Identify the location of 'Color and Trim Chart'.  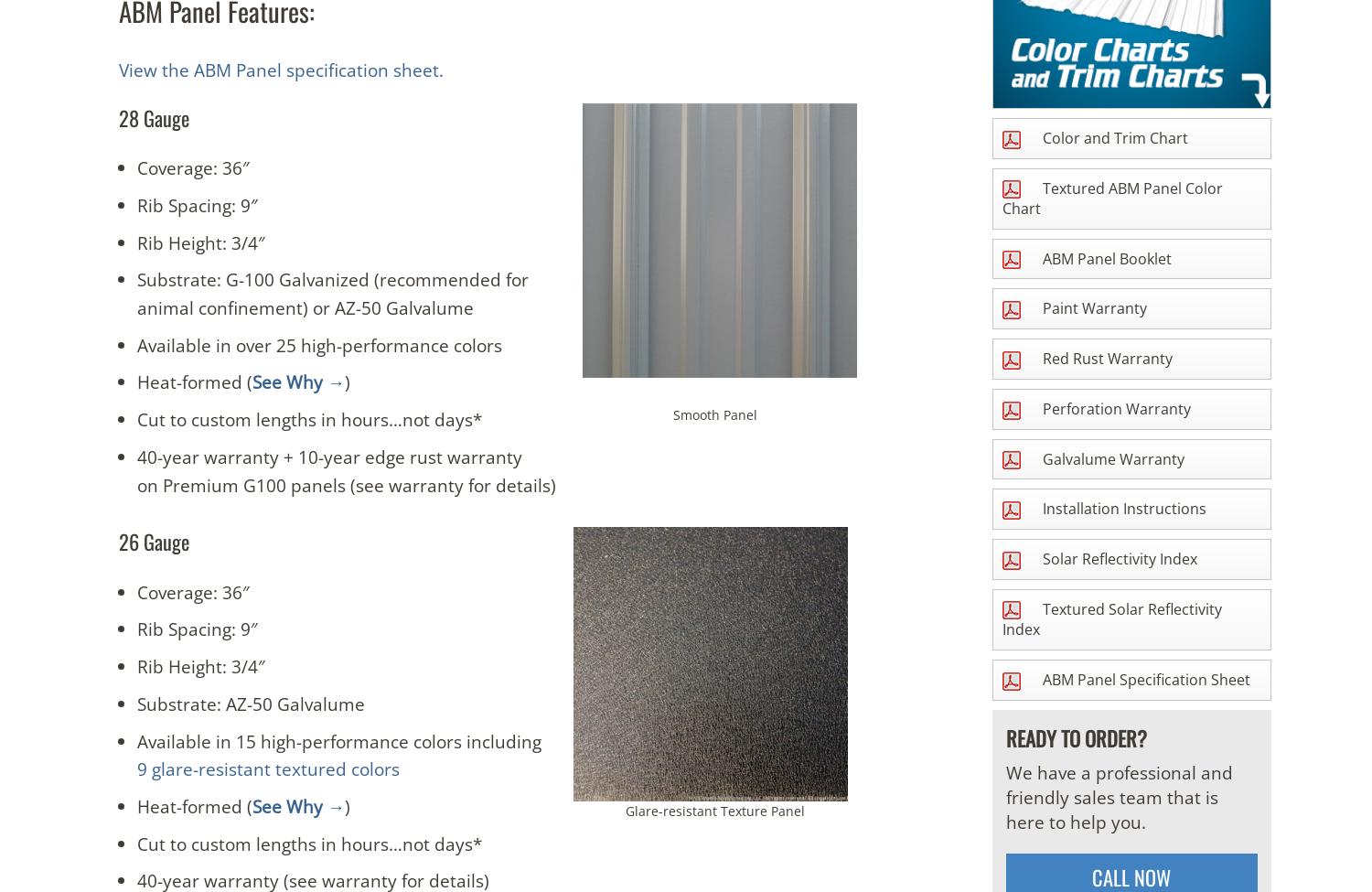
(1111, 135).